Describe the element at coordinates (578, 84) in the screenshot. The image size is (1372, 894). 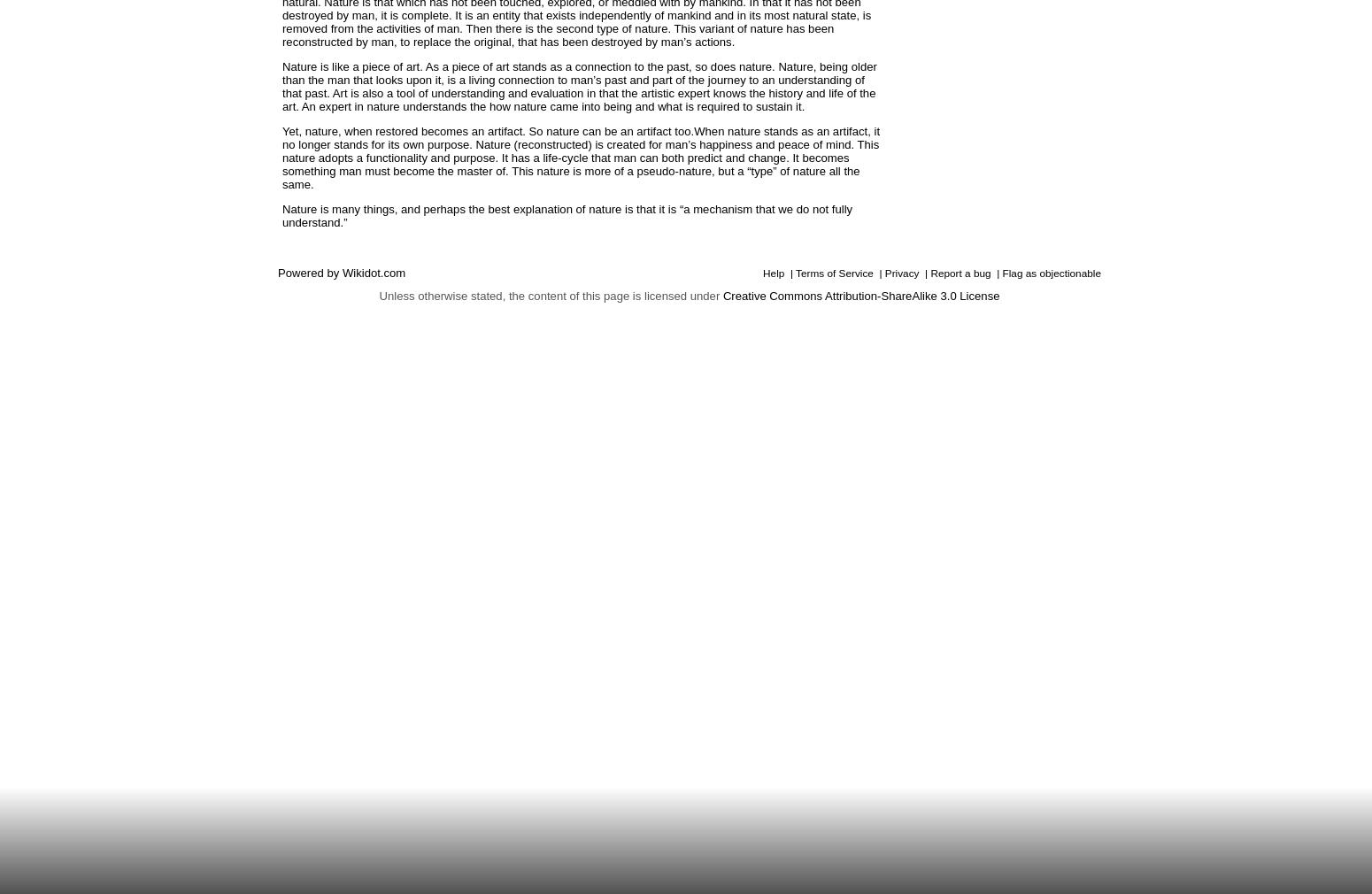
I see `'Nature is like a piece of art. As a piece of art stands as a connection to the past, so does nature. Nature, being older than the man that looks upon it, is a living connection to man’s past and part of the journey to an understanding of that past. Art is also a tool of understanding and evaluation in that the artistic expert knows the history and life of the art. An expert in nature understands the how nature came into being and what is required to sustain it.'` at that location.